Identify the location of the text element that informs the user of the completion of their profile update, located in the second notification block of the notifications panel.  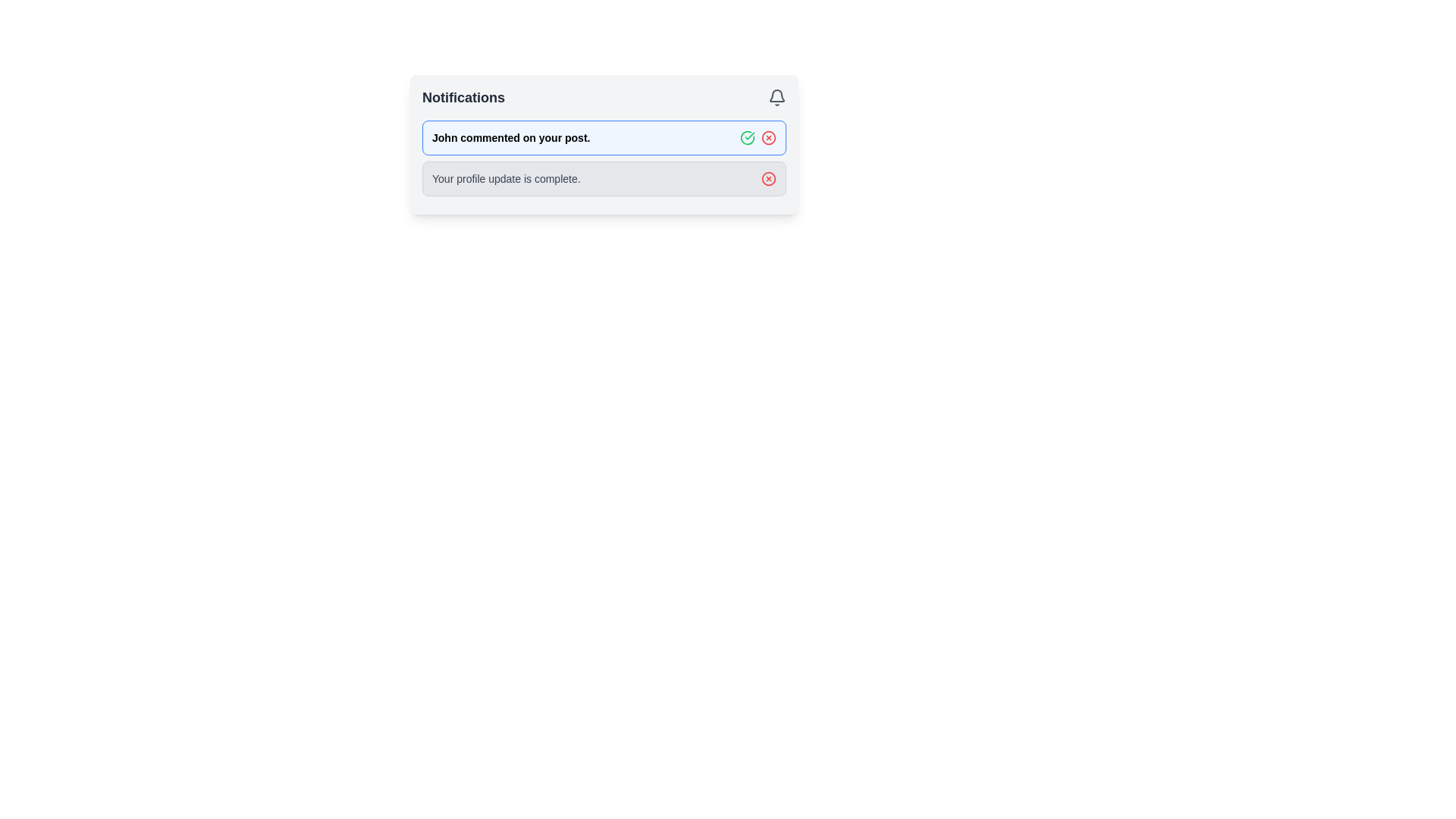
(506, 177).